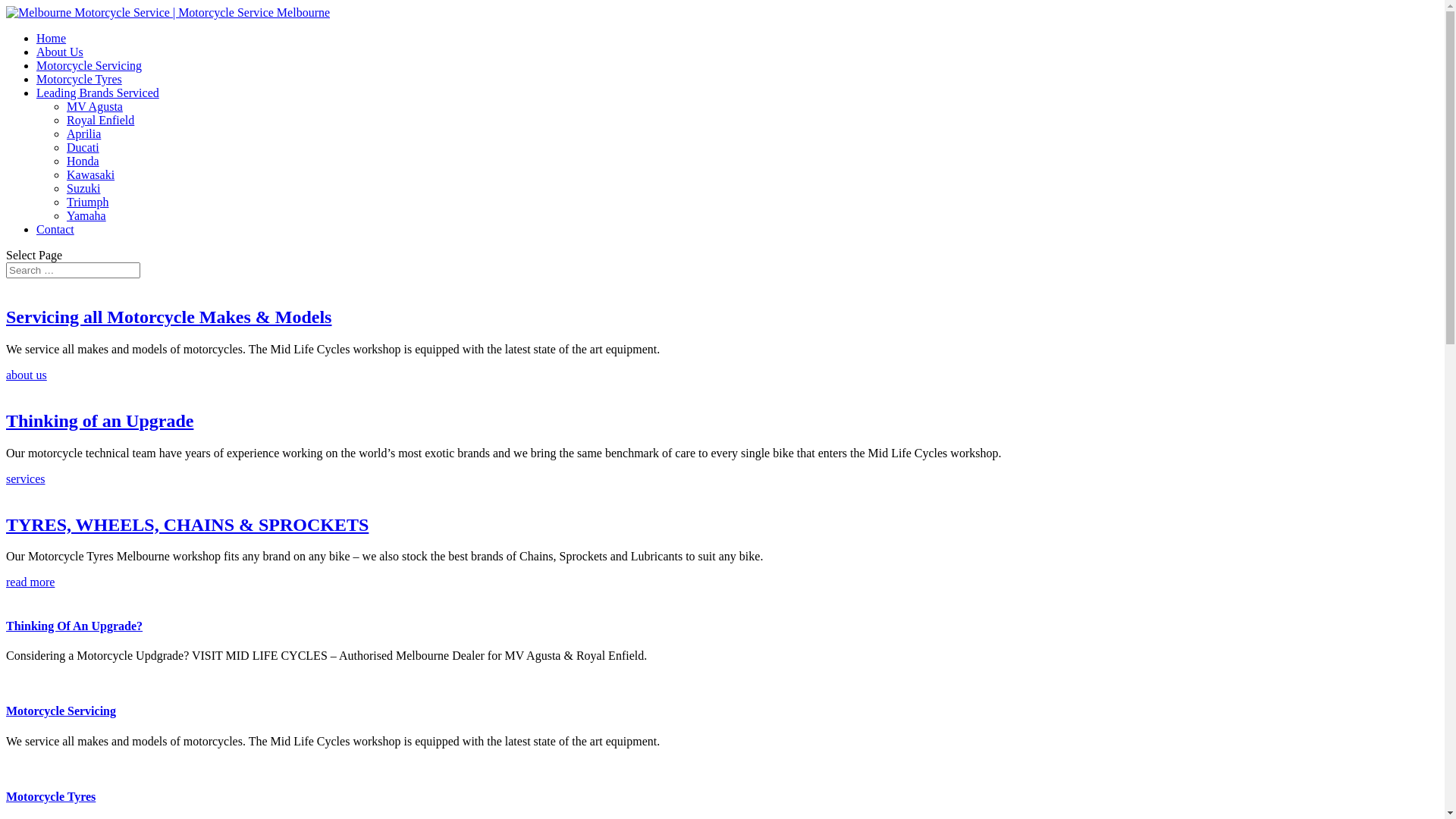  What do you see at coordinates (61, 711) in the screenshot?
I see `'Motorcycle Servicing'` at bounding box center [61, 711].